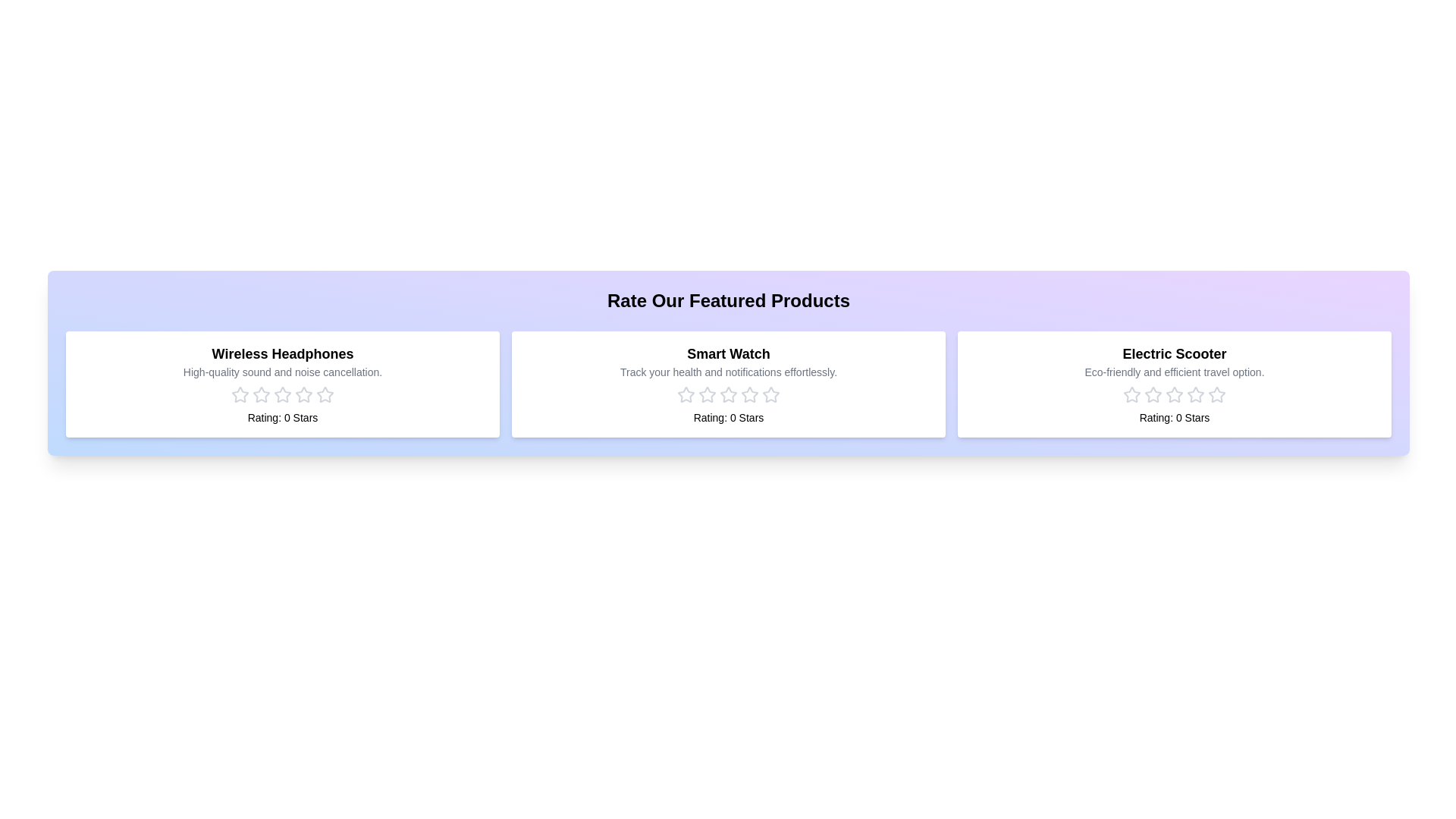 Image resolution: width=1456 pixels, height=819 pixels. What do you see at coordinates (1174, 394) in the screenshot?
I see `the rating for the product 'Electric Scooter' to 3 stars by clicking on the corresponding star` at bounding box center [1174, 394].